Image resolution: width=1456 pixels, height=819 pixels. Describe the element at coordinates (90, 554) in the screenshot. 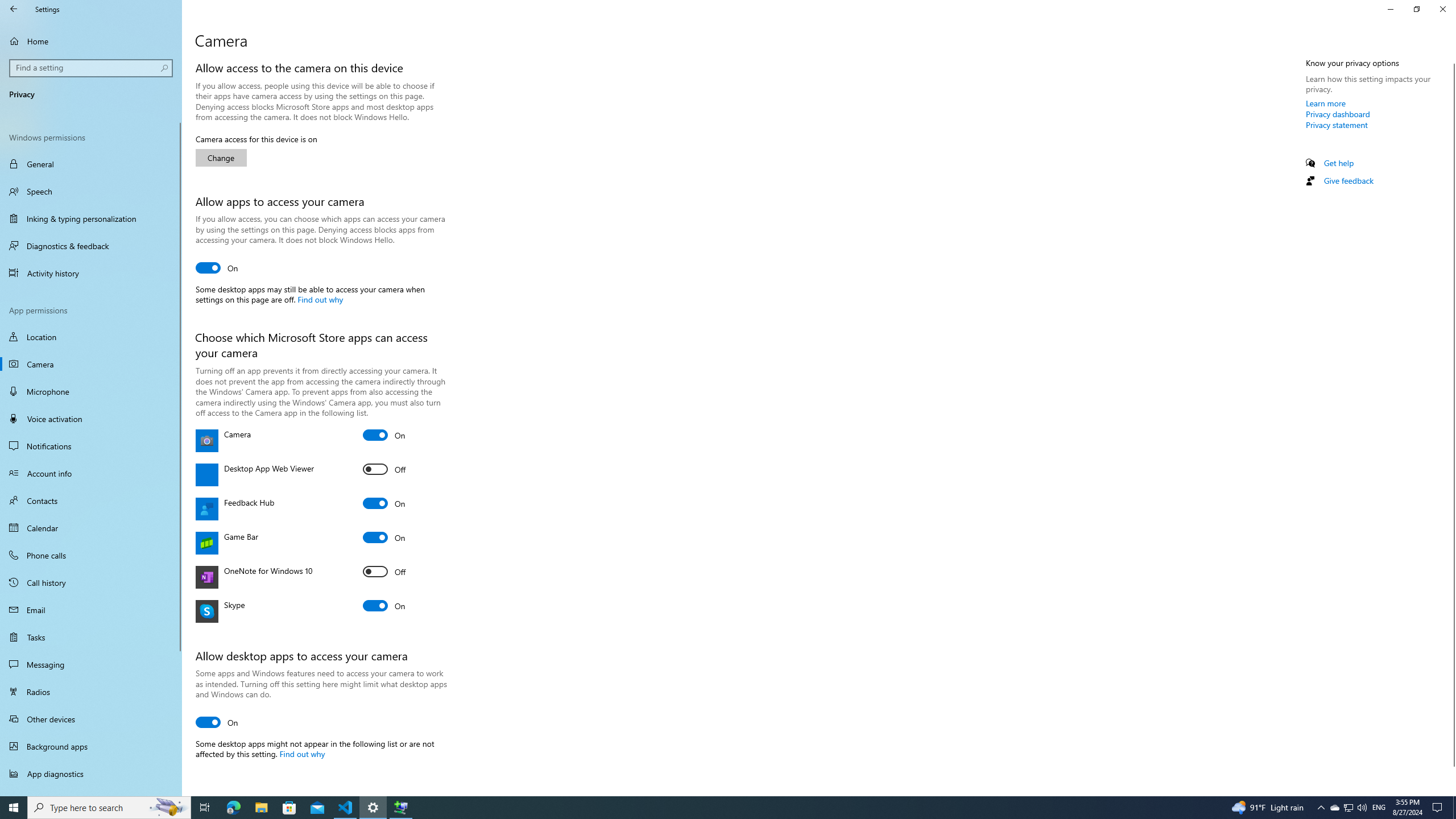

I see `'Phone calls'` at that location.